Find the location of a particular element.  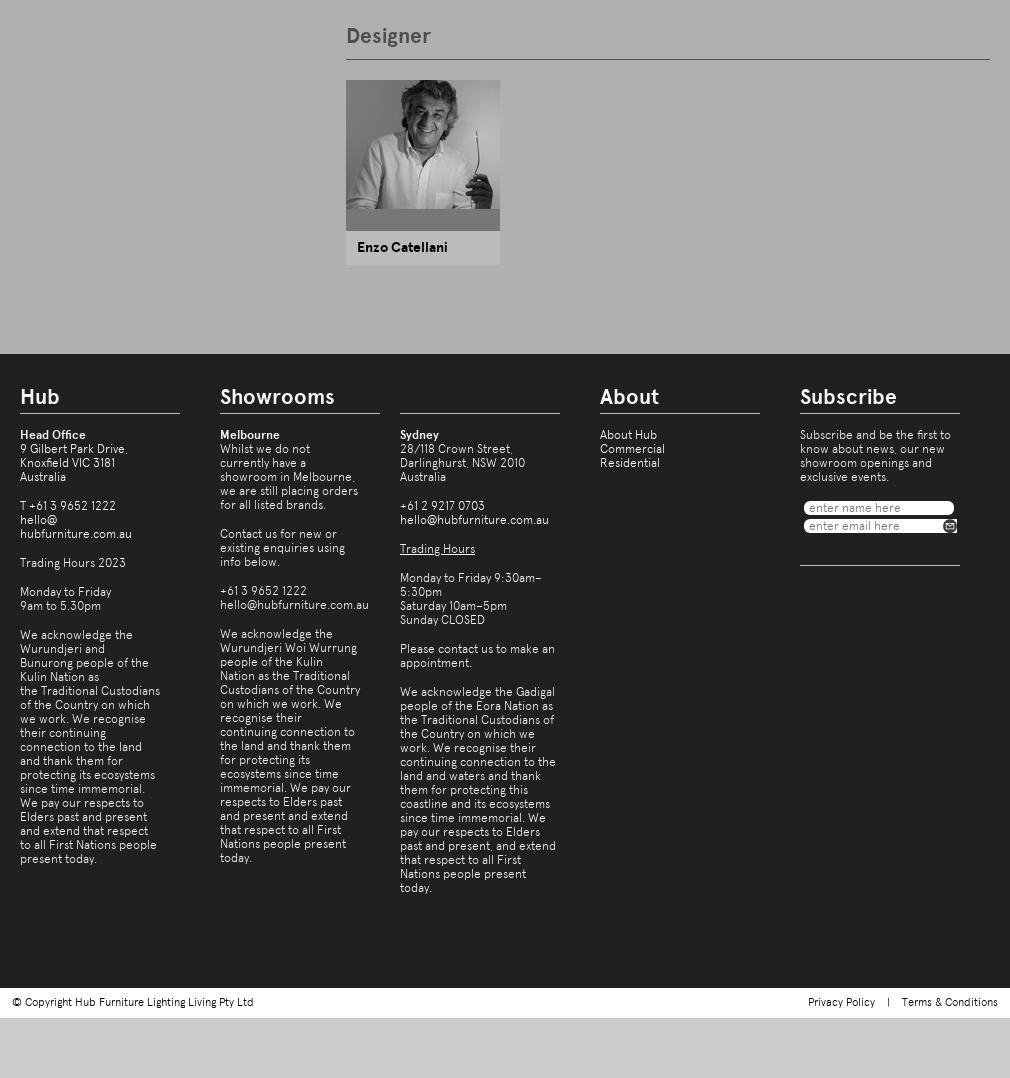

'Monday to Friday' is located at coordinates (18, 592).